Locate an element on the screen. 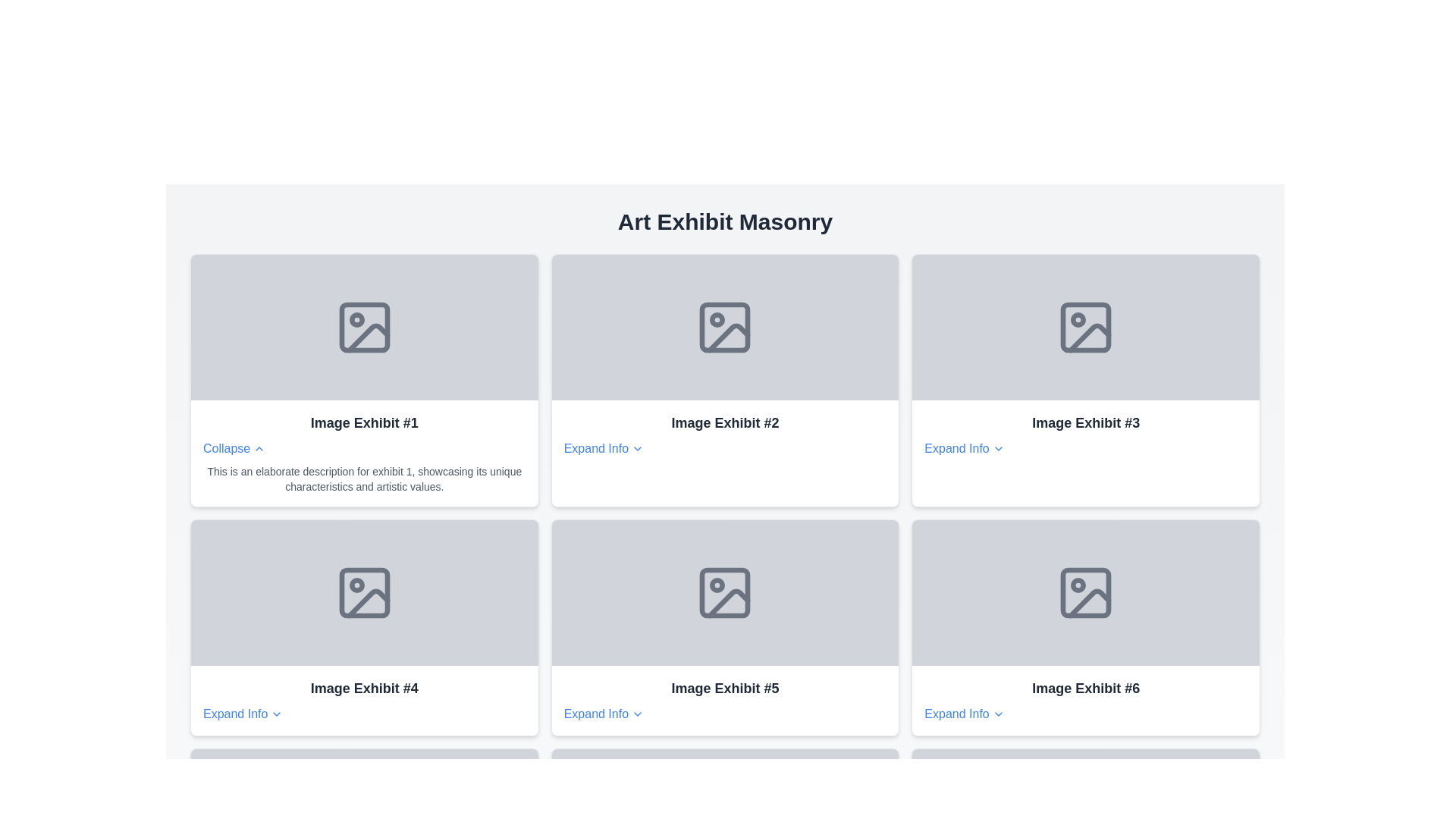  the bold text label reading 'Image Exhibit #5', which is located at the bottom-center of the fifth card in the second row of a two-row grid layout is located at coordinates (724, 688).